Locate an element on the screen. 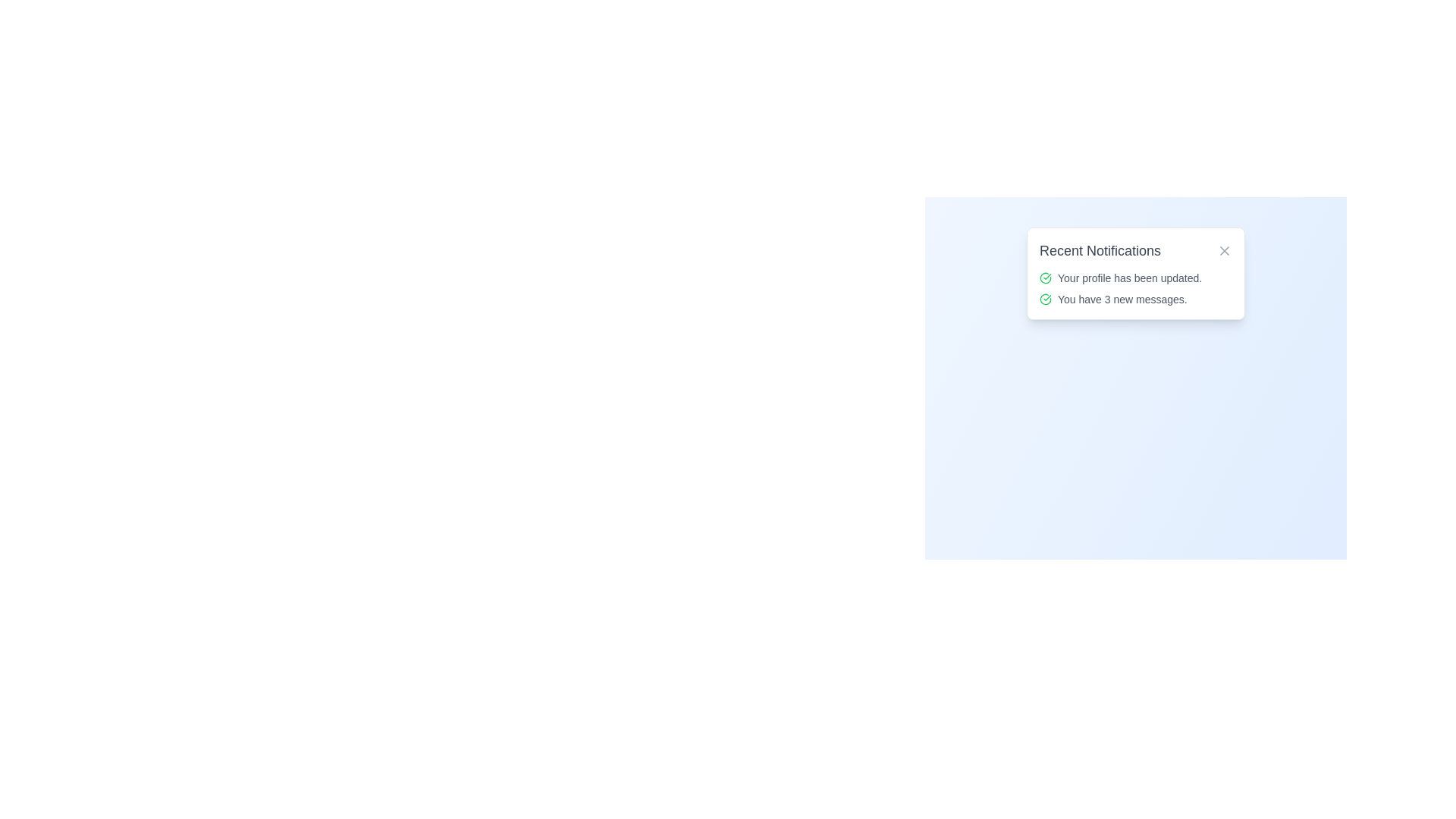 Image resolution: width=1456 pixels, height=819 pixels. the close button located in the top-right corner of the 'Recent Notifications' panel to observe its hover effect is located at coordinates (1224, 250).